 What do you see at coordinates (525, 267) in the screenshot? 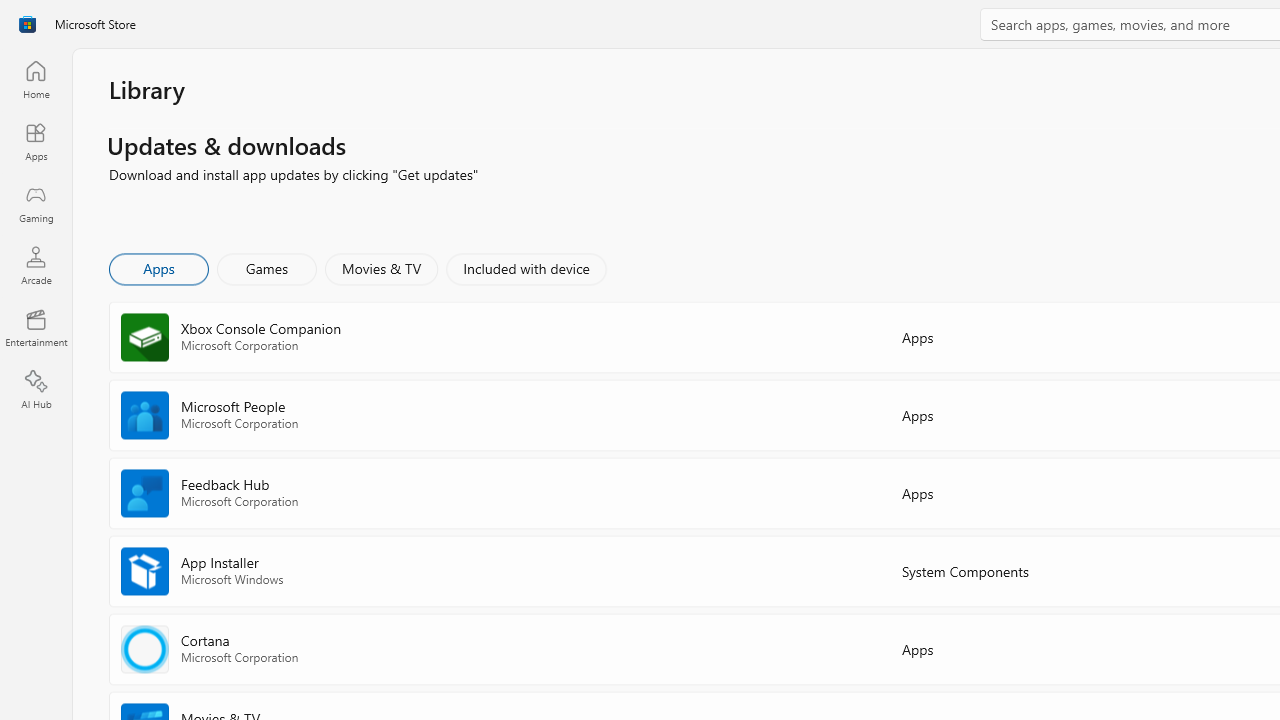
I see `'Included with device'` at bounding box center [525, 267].